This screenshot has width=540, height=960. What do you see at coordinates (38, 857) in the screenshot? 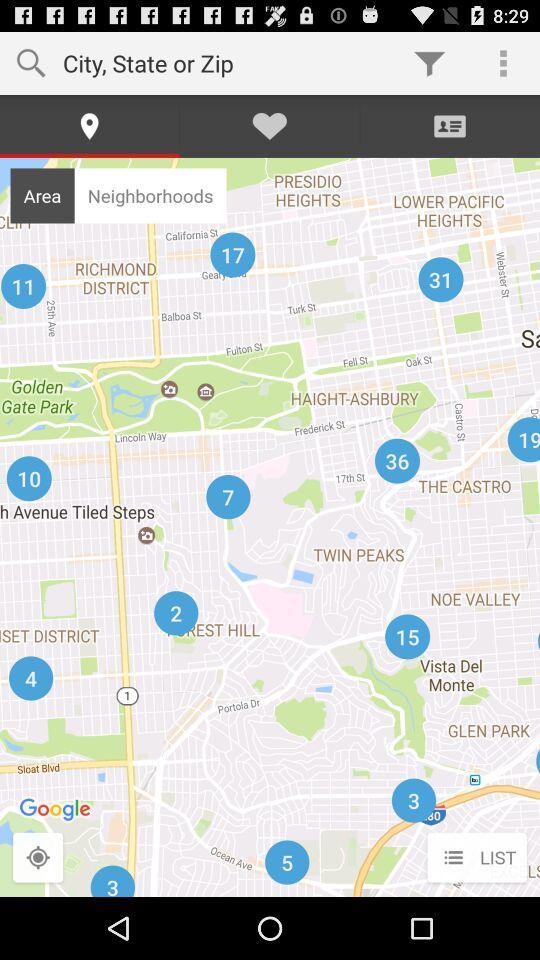
I see `lucation` at bounding box center [38, 857].